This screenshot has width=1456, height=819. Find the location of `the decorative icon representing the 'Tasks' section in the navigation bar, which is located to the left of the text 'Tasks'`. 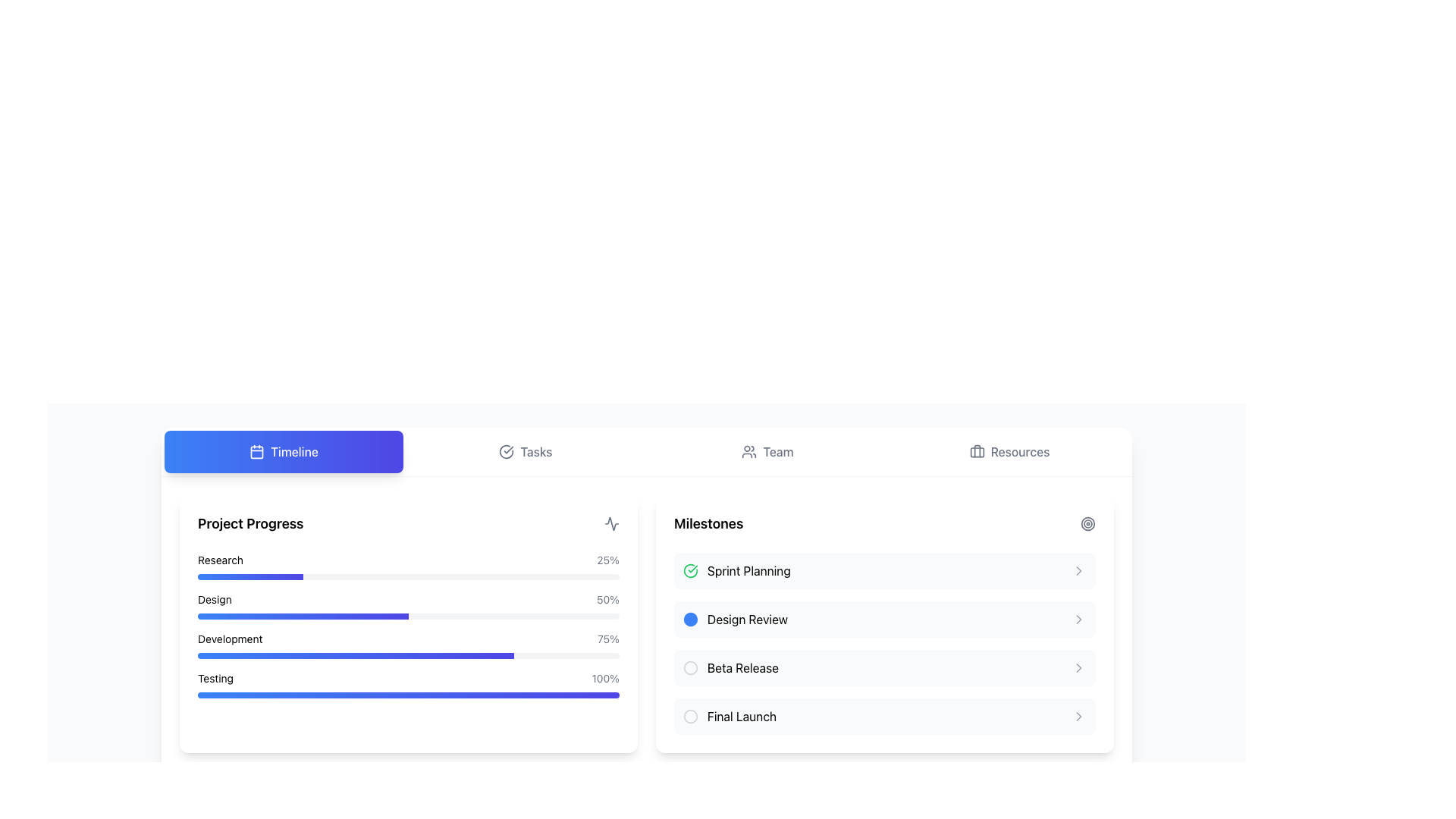

the decorative icon representing the 'Tasks' section in the navigation bar, which is located to the left of the text 'Tasks' is located at coordinates (507, 451).